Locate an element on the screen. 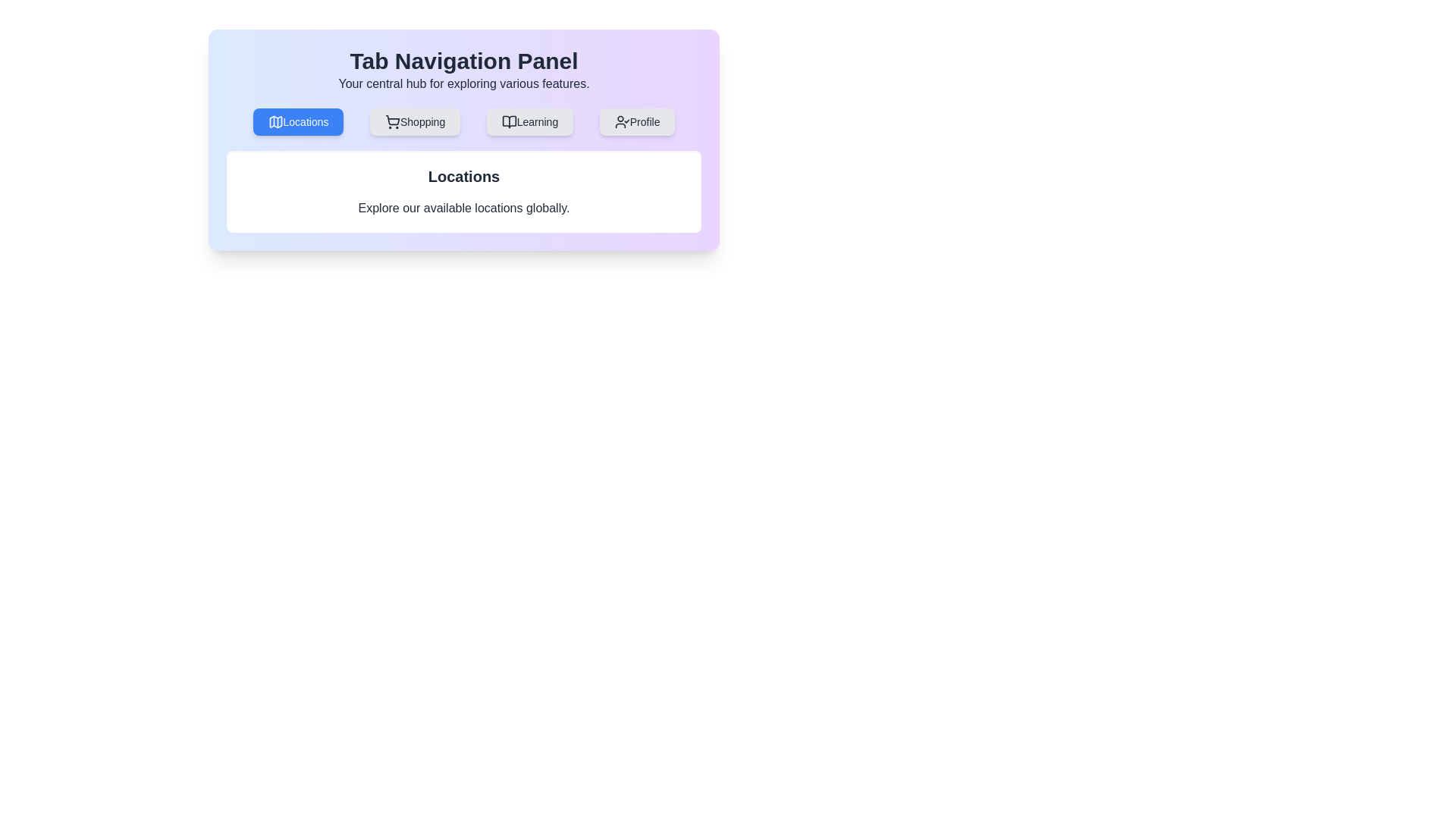 Image resolution: width=1456 pixels, height=819 pixels. the Shopping tab by clicking on its button is located at coordinates (415, 121).